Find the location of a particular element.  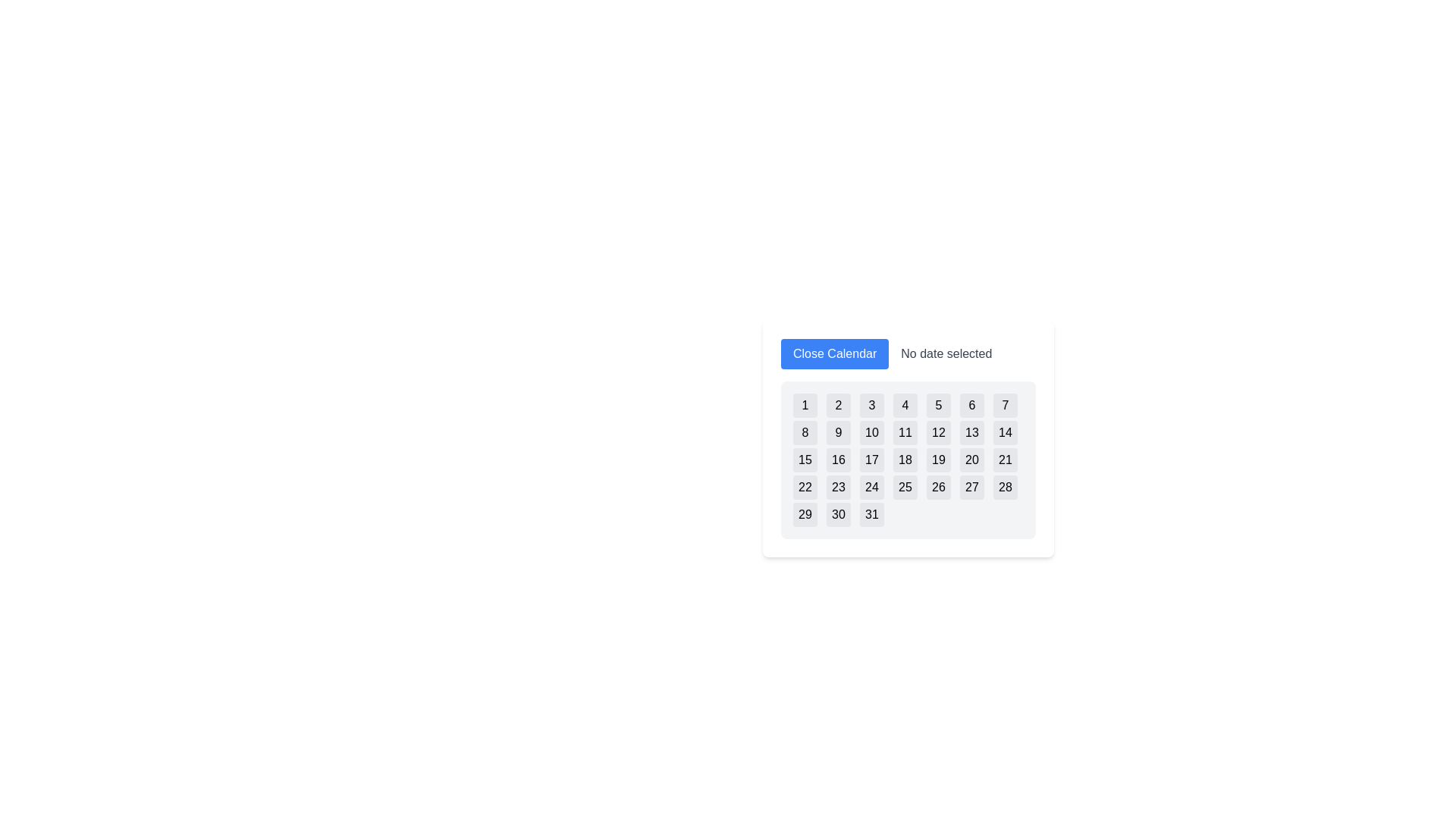

the first day button in the calendar interface is located at coordinates (804, 405).